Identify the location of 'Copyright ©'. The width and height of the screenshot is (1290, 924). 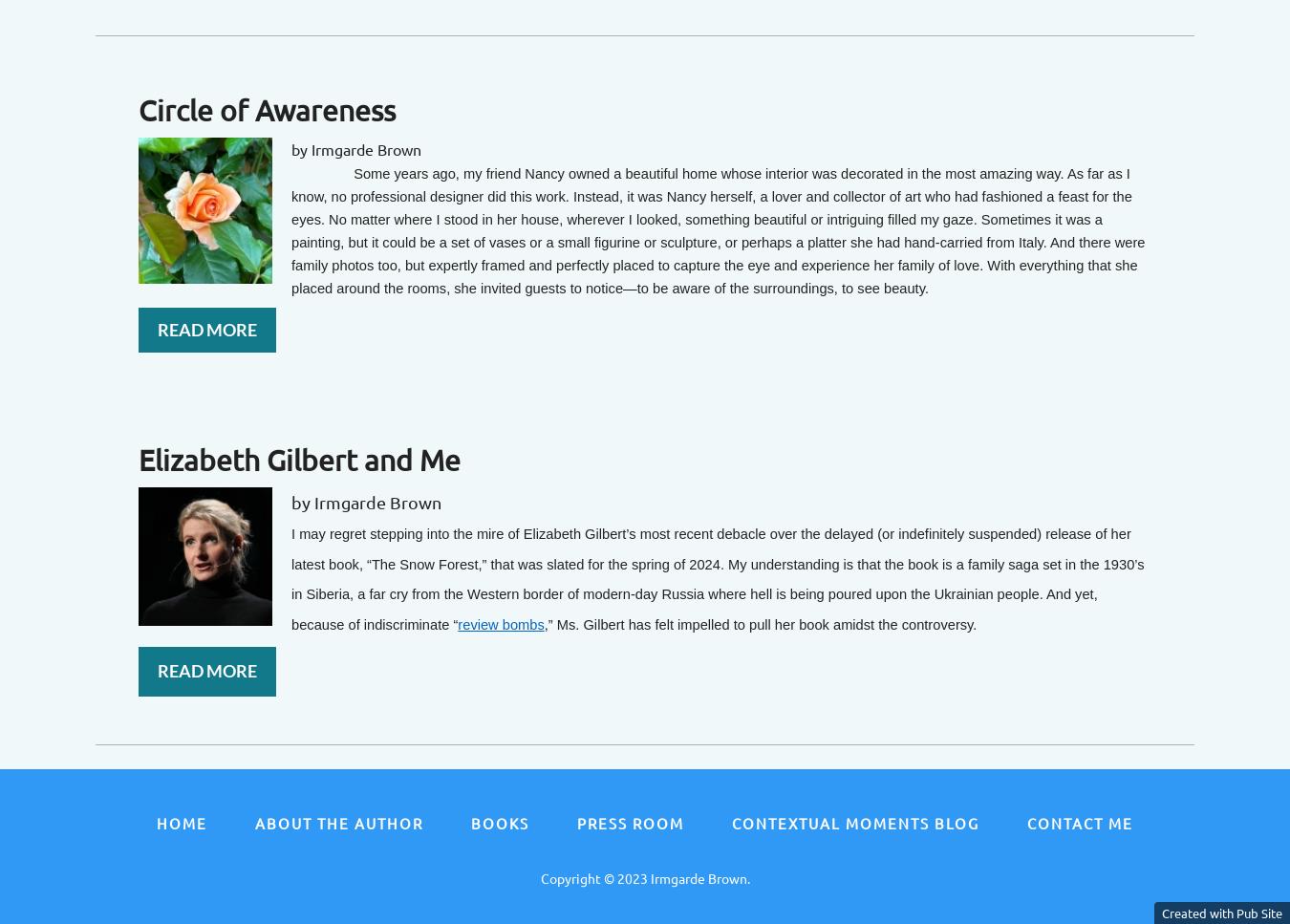
(577, 878).